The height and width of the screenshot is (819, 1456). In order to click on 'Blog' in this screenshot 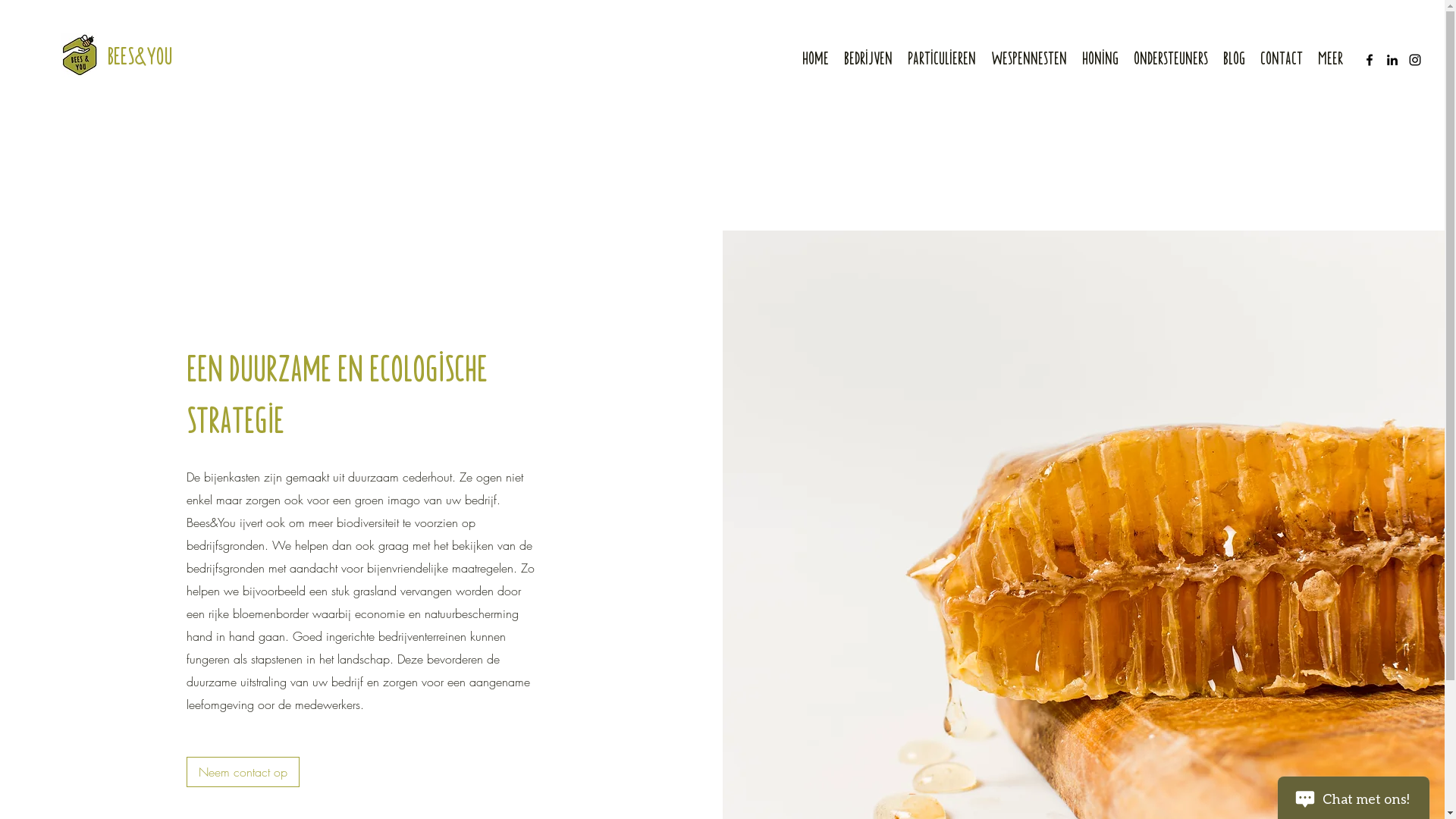, I will do `click(1234, 56)`.